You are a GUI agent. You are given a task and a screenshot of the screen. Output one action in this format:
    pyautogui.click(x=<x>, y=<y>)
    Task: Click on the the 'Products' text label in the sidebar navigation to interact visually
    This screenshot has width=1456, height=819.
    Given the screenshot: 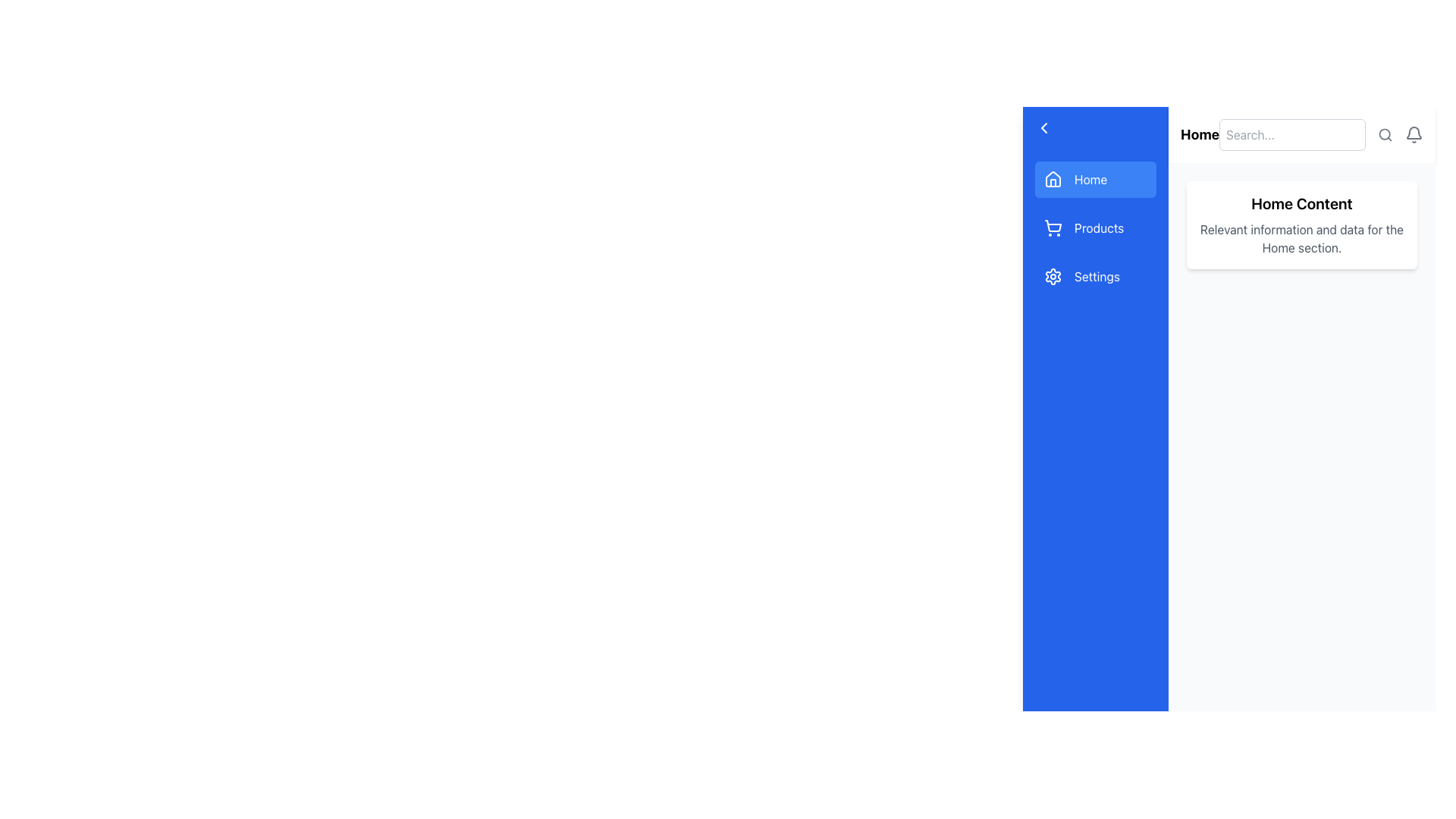 What is the action you would take?
    pyautogui.click(x=1099, y=227)
    